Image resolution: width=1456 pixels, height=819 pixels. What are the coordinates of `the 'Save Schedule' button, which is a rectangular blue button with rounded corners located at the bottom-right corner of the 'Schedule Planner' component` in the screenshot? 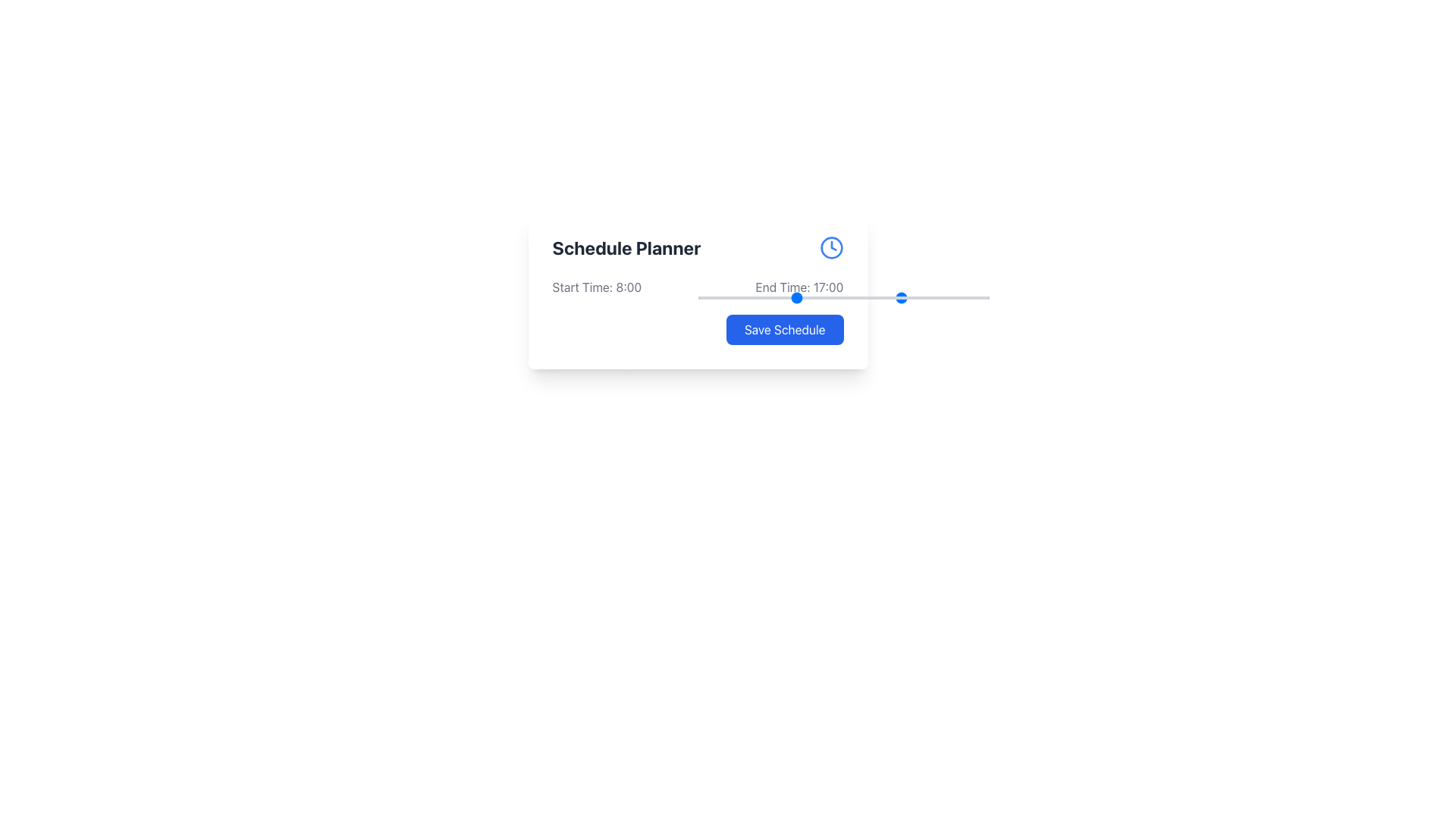 It's located at (785, 329).